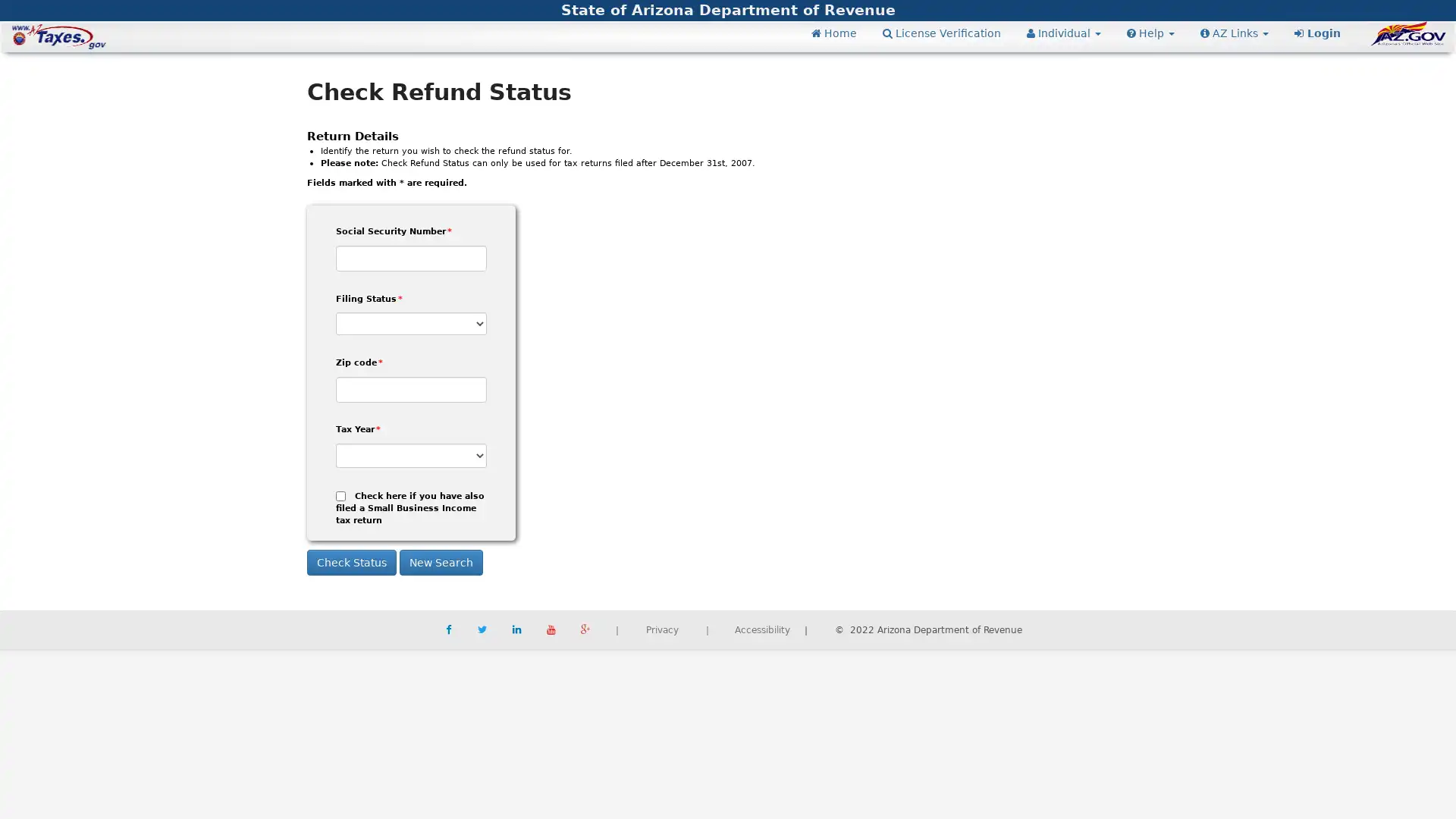 This screenshot has height=819, width=1456. What do you see at coordinates (351, 561) in the screenshot?
I see `Check Status` at bounding box center [351, 561].